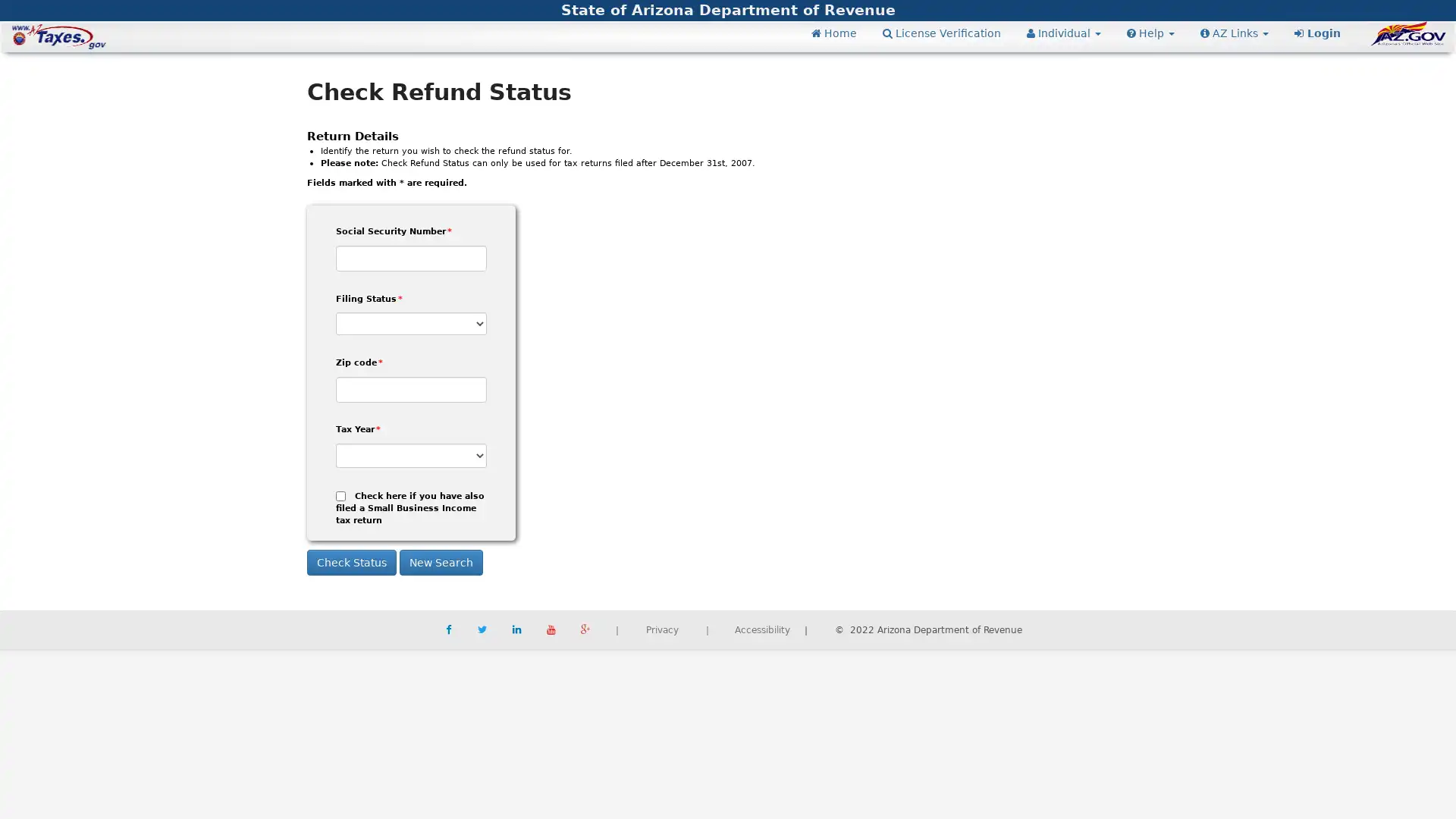 This screenshot has height=819, width=1456. What do you see at coordinates (351, 561) in the screenshot?
I see `Check Status` at bounding box center [351, 561].